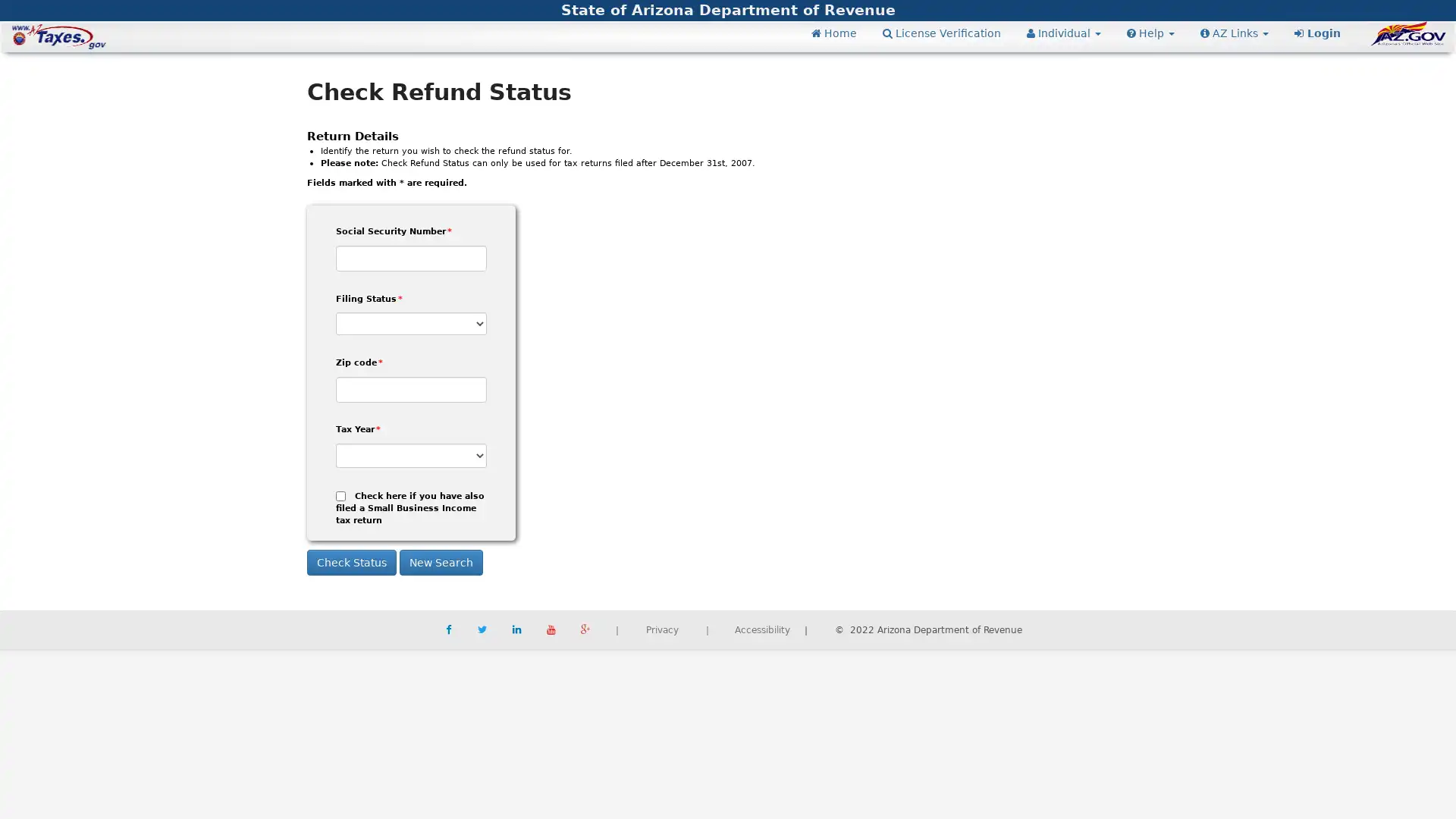 This screenshot has height=819, width=1456. What do you see at coordinates (351, 561) in the screenshot?
I see `Check Status` at bounding box center [351, 561].